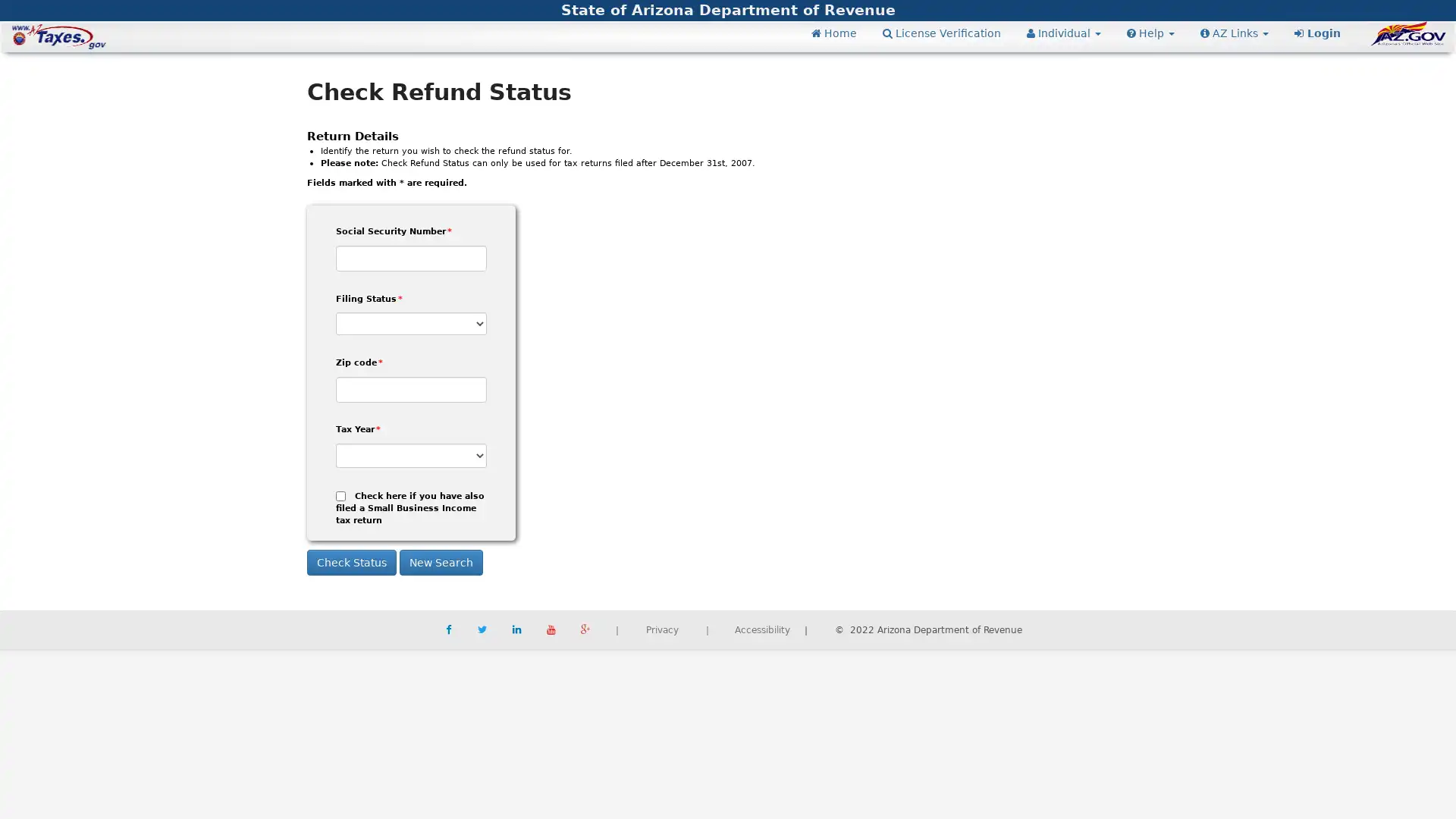 This screenshot has height=819, width=1456. What do you see at coordinates (351, 561) in the screenshot?
I see `Check Status` at bounding box center [351, 561].